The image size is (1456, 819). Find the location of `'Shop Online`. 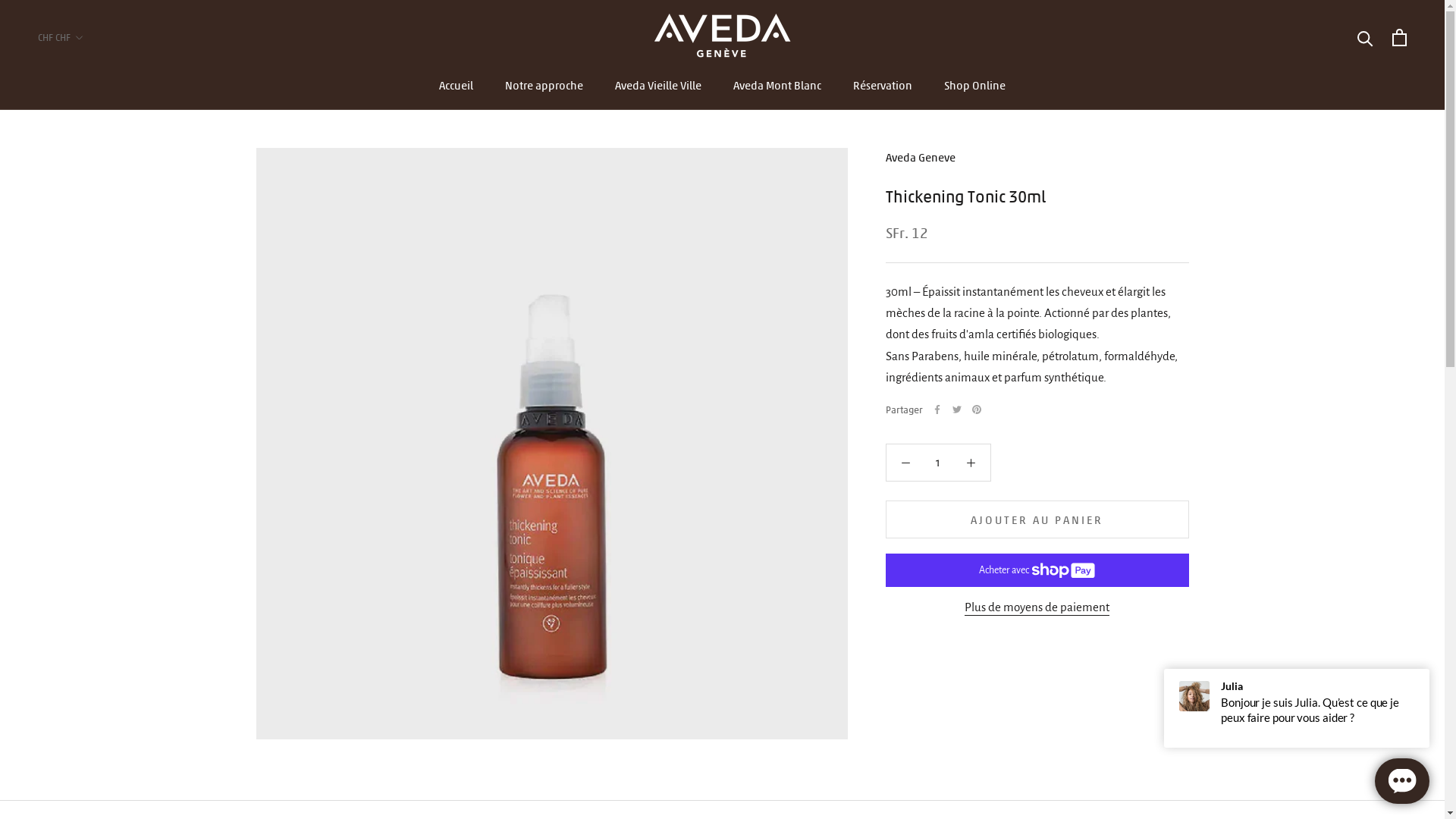

'Shop Online is located at coordinates (974, 84).